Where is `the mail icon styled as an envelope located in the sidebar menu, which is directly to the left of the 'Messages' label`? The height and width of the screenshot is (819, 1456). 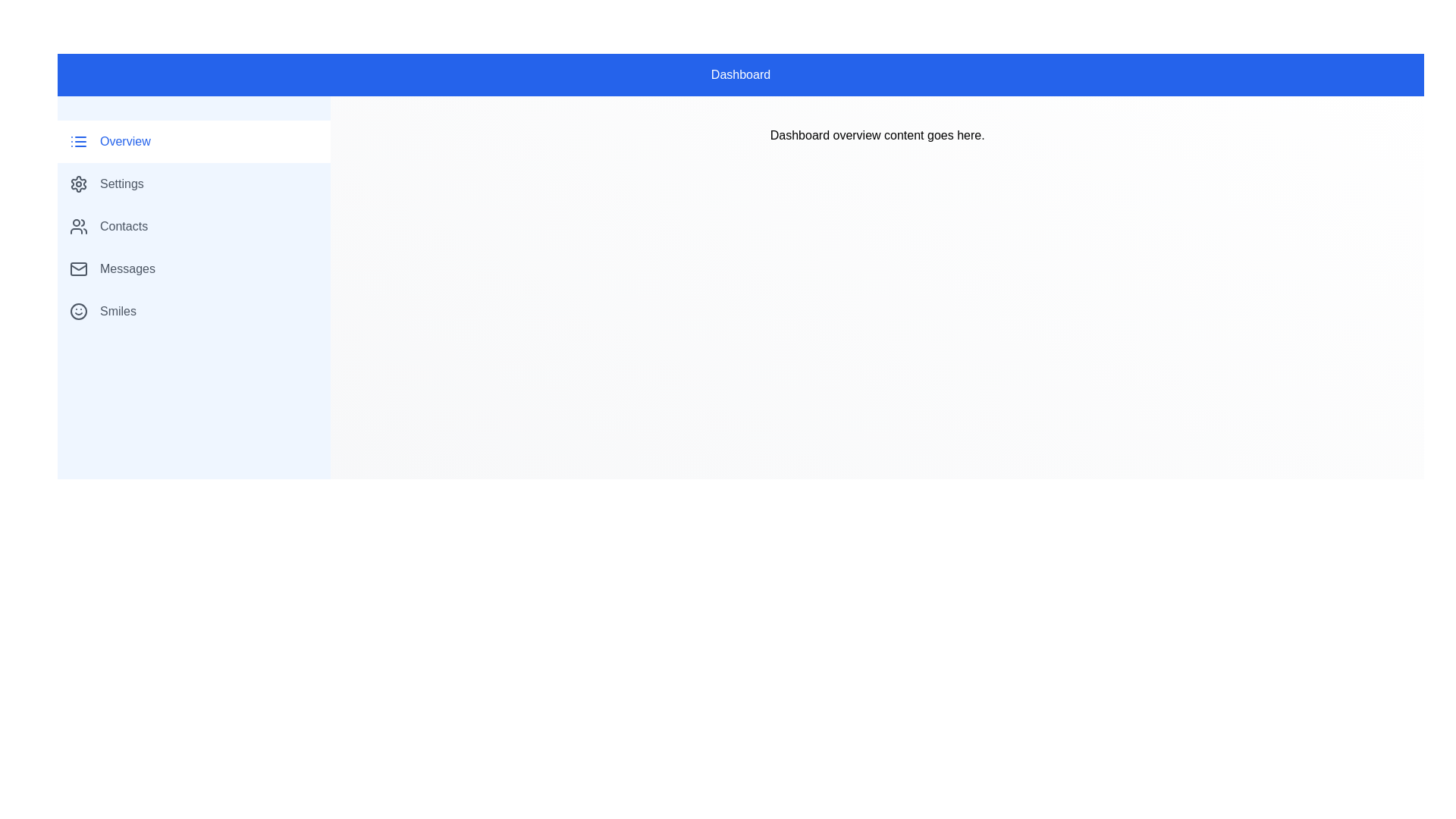 the mail icon styled as an envelope located in the sidebar menu, which is directly to the left of the 'Messages' label is located at coordinates (78, 268).